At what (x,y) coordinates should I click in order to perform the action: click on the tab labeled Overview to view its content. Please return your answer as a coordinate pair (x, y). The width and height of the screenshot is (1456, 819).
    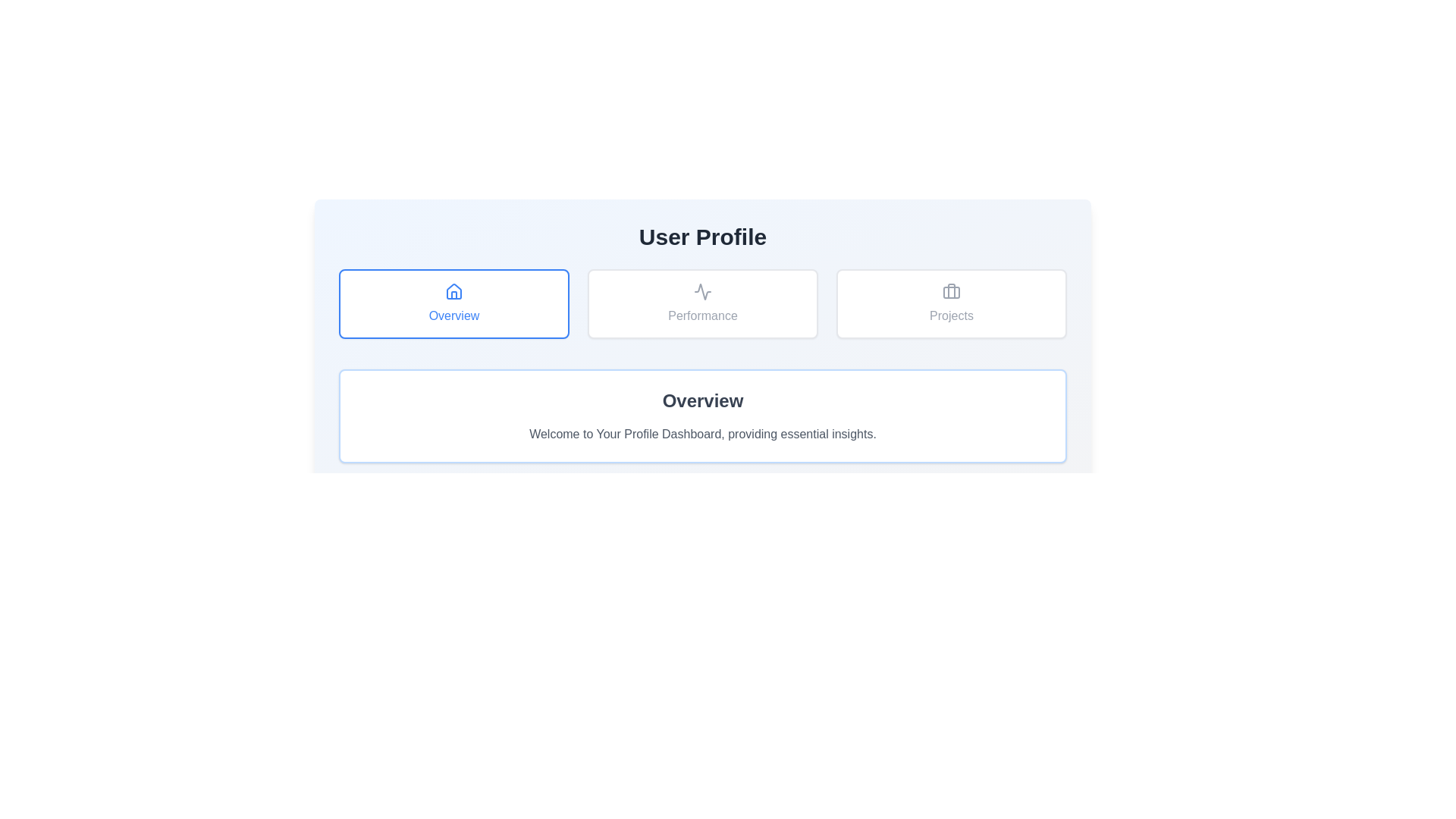
    Looking at the image, I should click on (453, 304).